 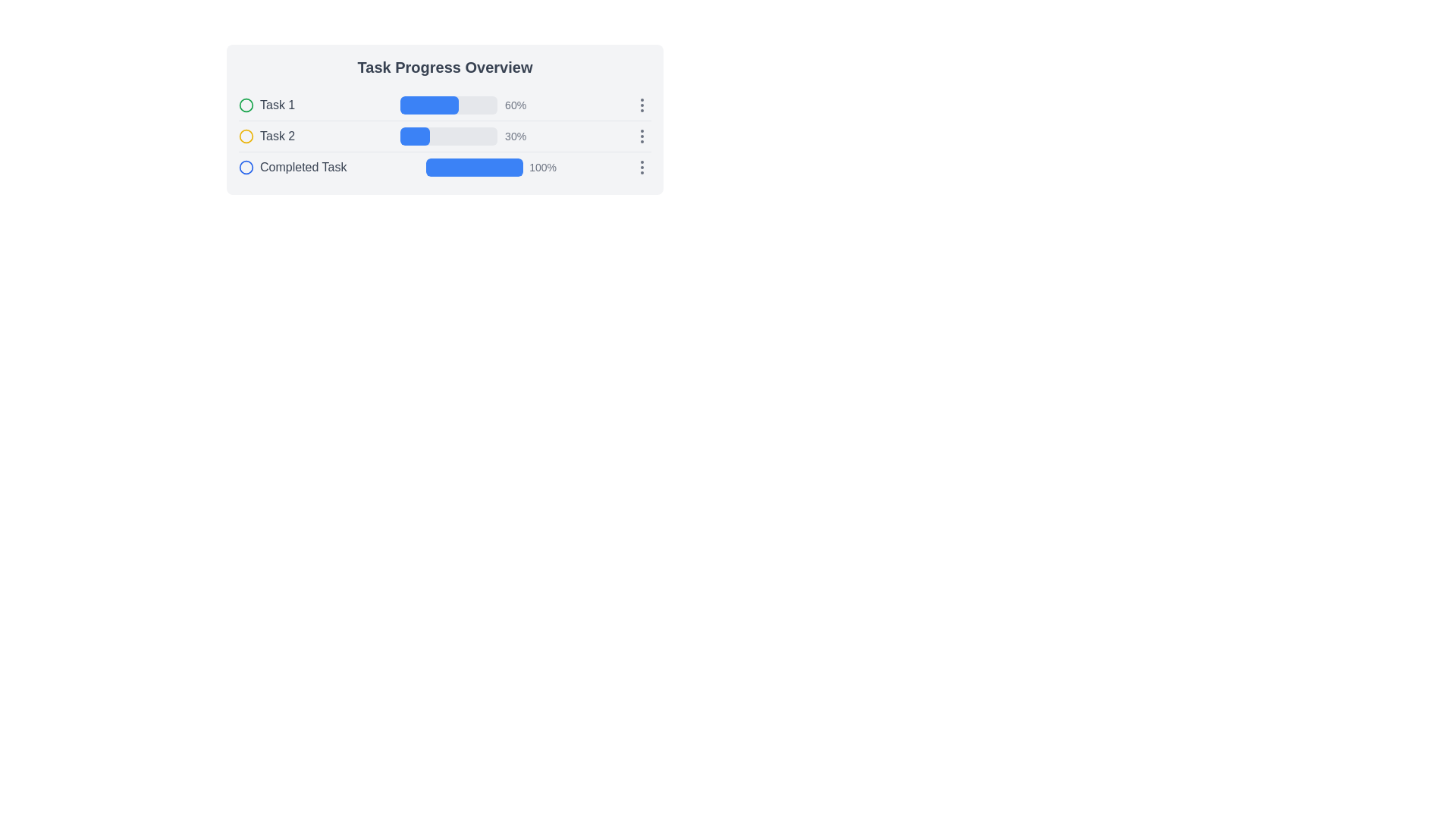 What do you see at coordinates (444, 105) in the screenshot?
I see `the progress bar that visually represents the completion percentage of 'Task 1', which is positioned directly to the right of the label 'Task 1' in the 'Task Progress Overview' section` at bounding box center [444, 105].